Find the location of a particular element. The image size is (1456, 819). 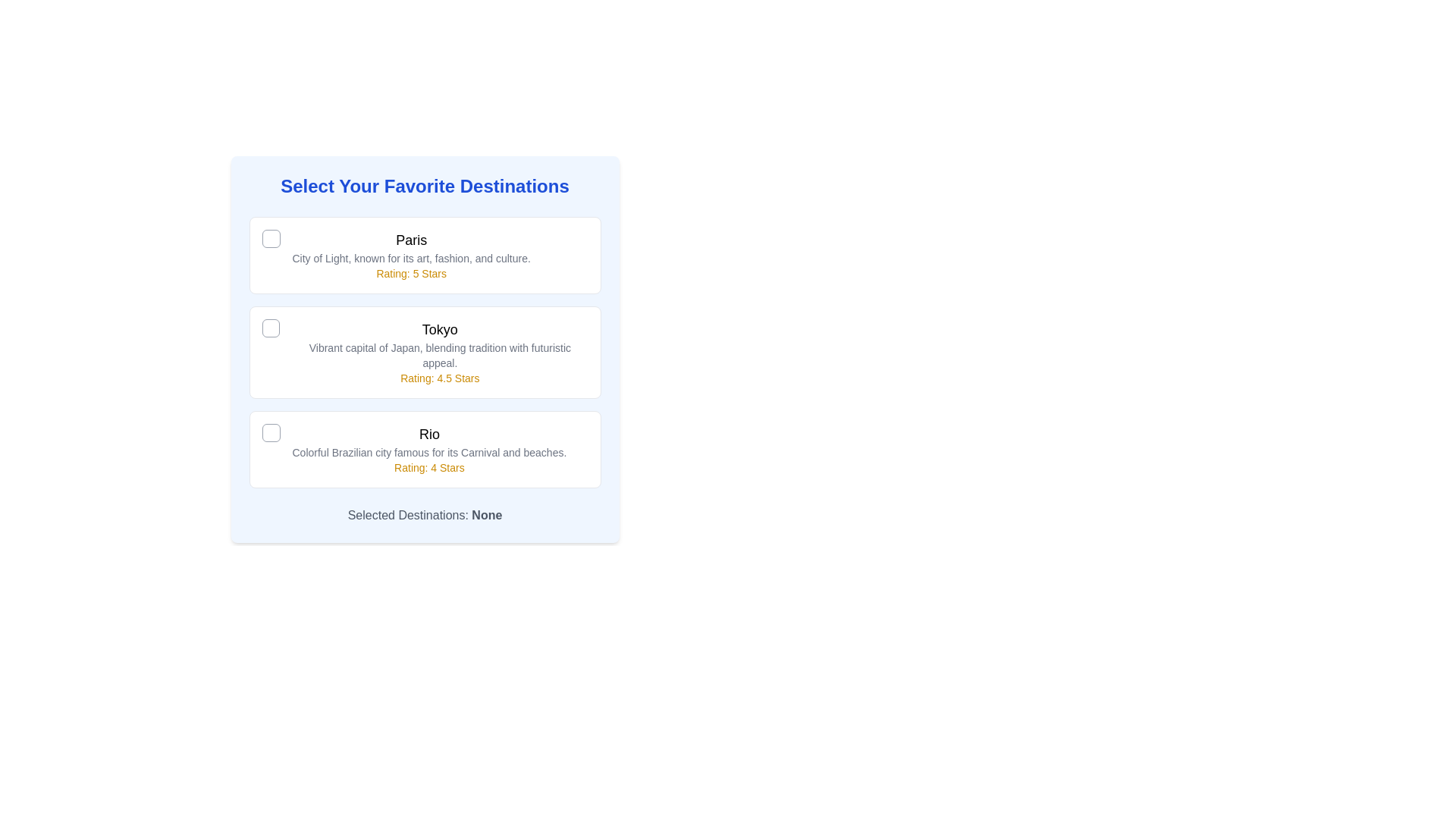

the static text element stating 'City of Light, known for its art, fashion, and culture.' which is positioned below the title 'Paris' and above the rating 'Rating: 5 Stars' is located at coordinates (411, 257).